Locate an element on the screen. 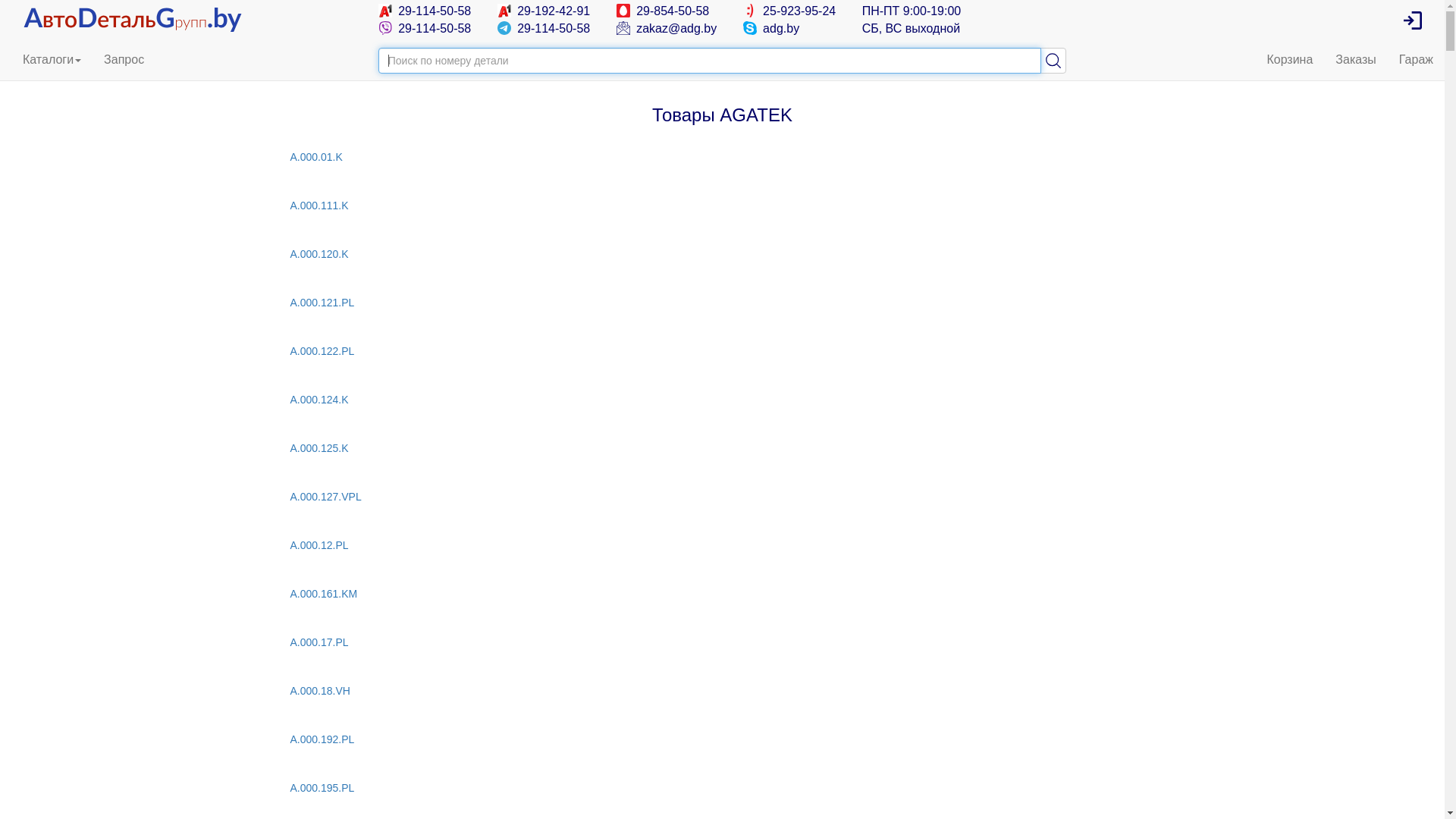  'A.000.17.PL' is located at coordinates (720, 642).